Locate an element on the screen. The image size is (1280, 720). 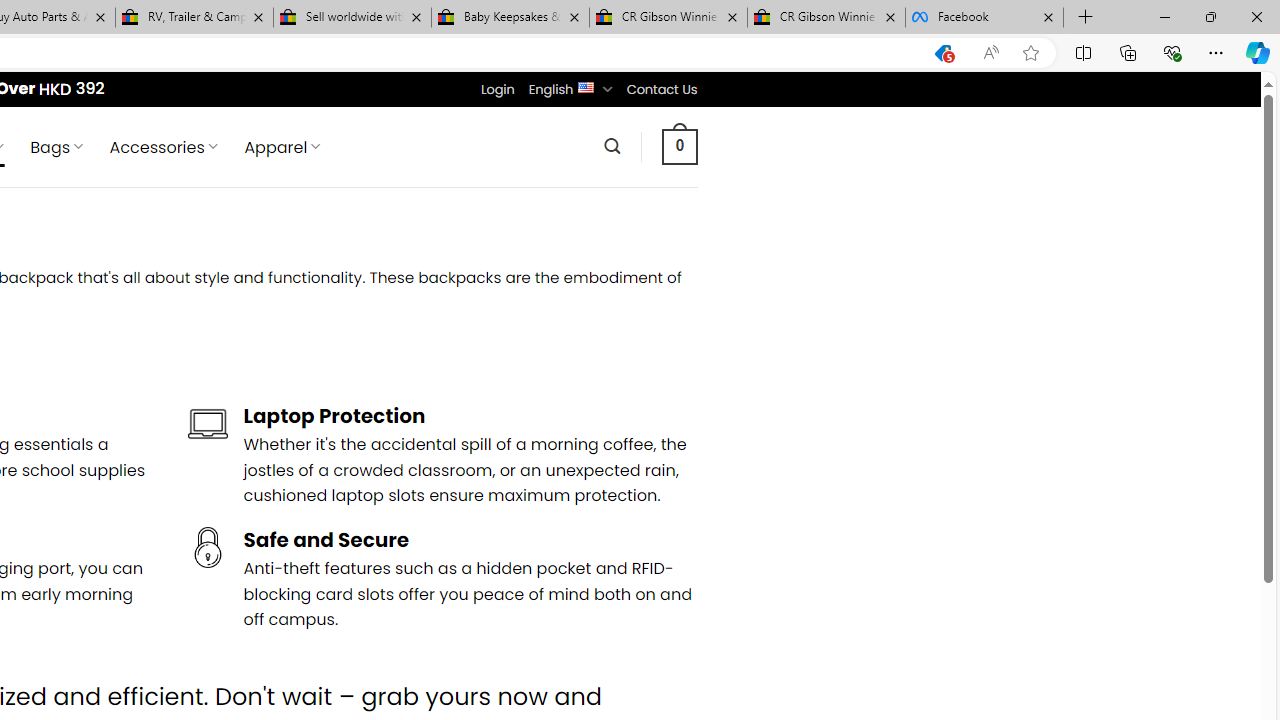
'  0  ' is located at coordinates (679, 145).